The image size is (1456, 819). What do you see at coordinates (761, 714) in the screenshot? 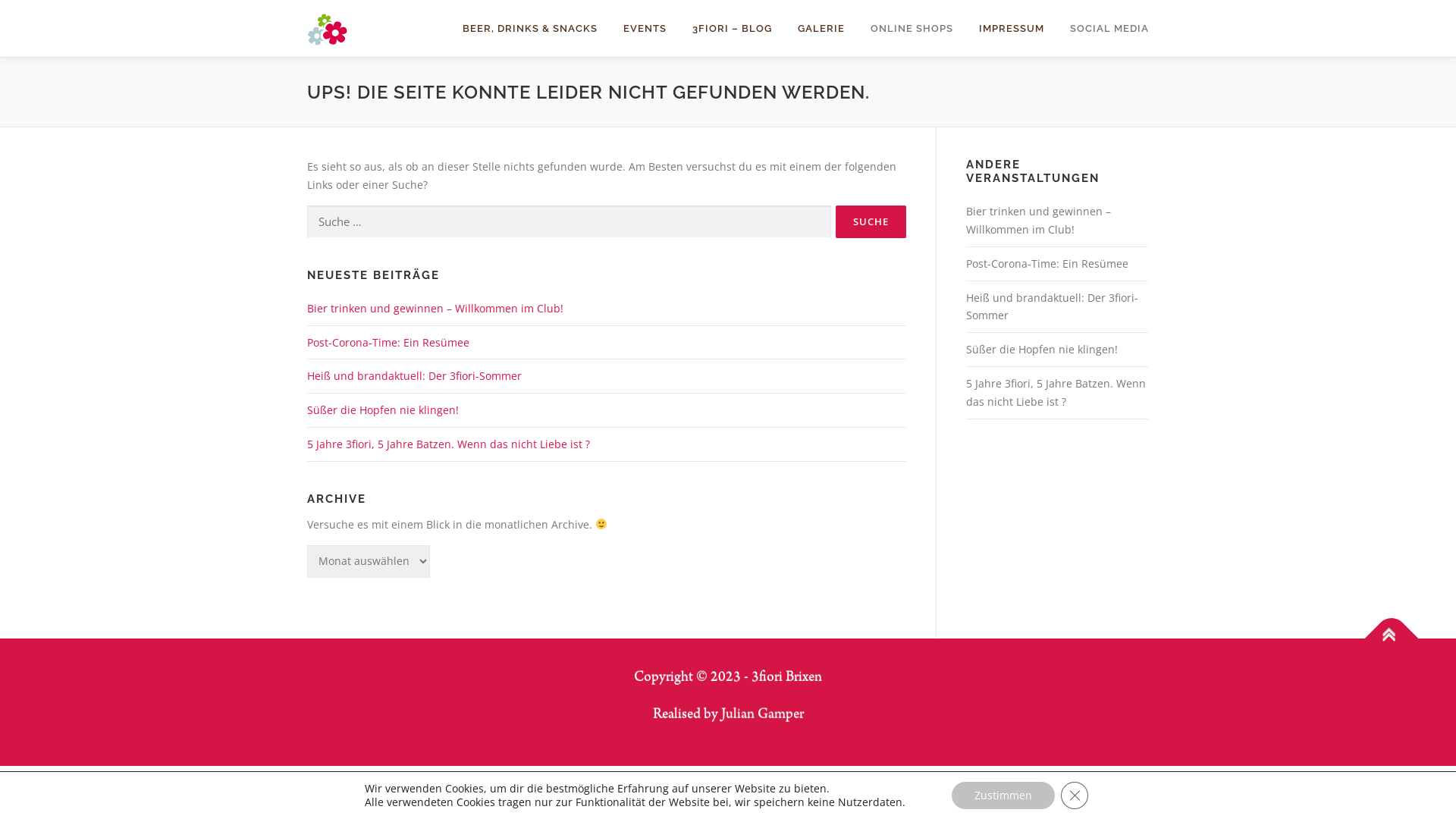
I see `'Julian Gamper'` at bounding box center [761, 714].